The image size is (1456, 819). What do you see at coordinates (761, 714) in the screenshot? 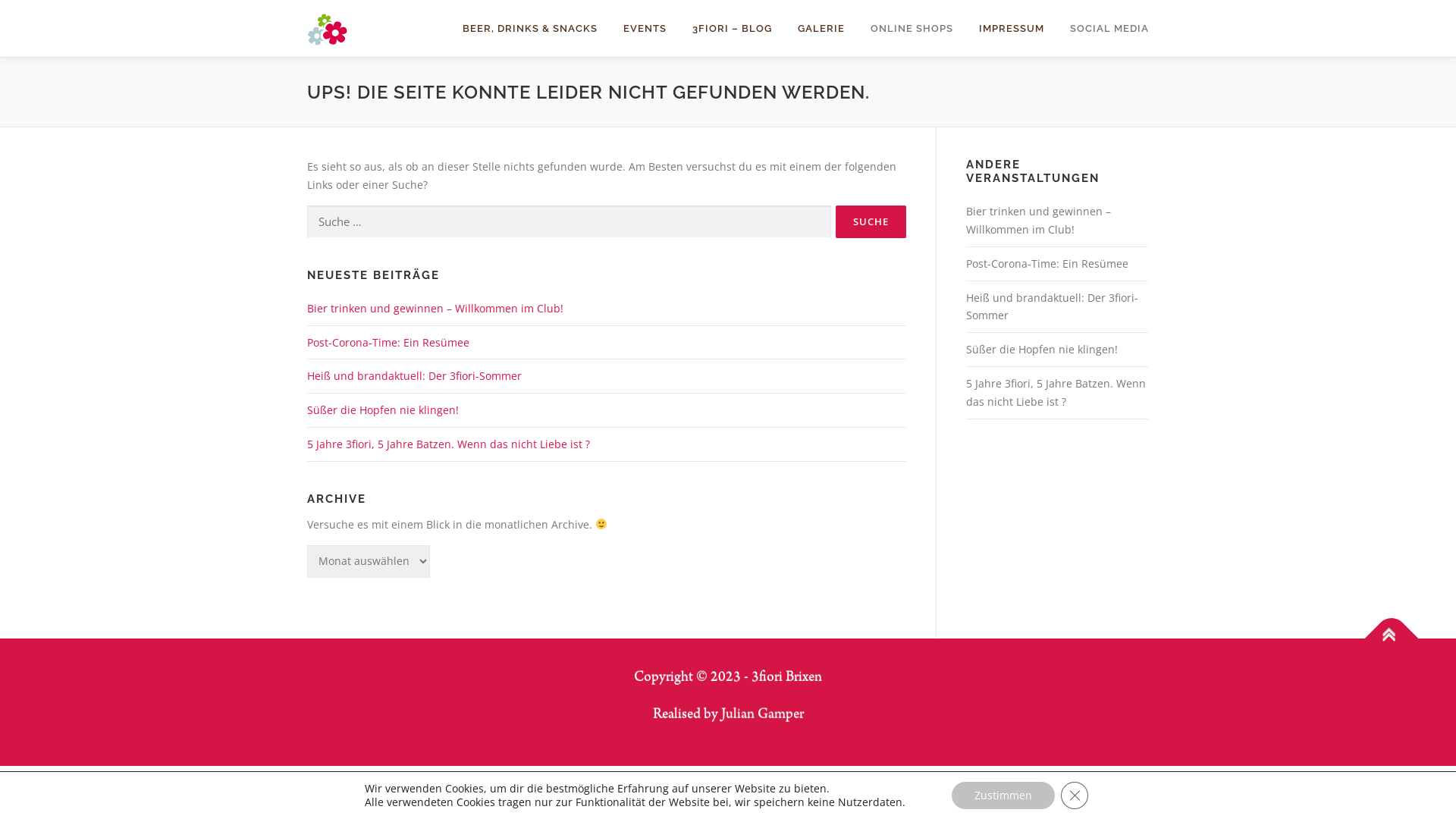
I see `'Julian Gamper'` at bounding box center [761, 714].